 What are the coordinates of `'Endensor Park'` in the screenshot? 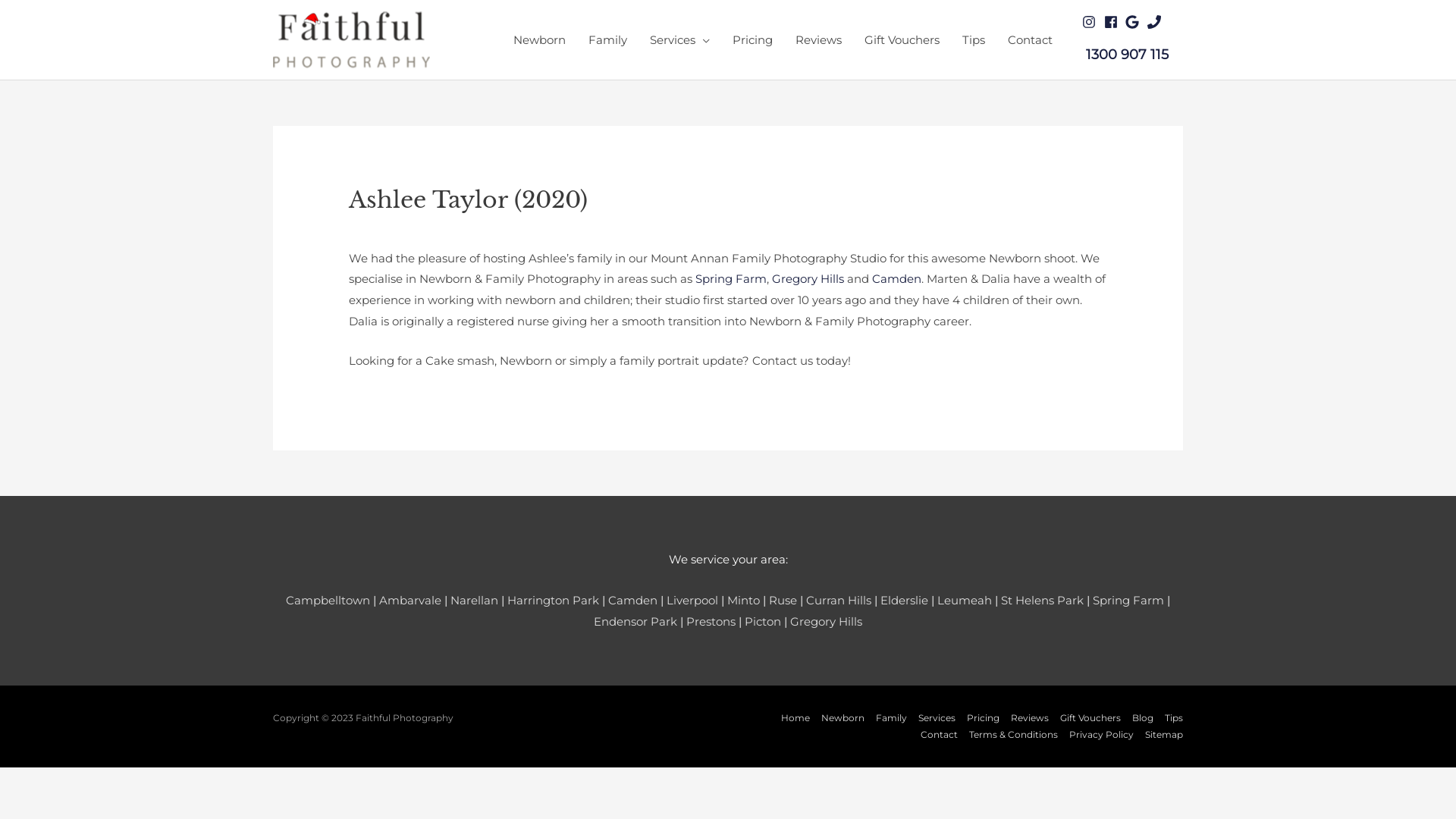 It's located at (592, 621).